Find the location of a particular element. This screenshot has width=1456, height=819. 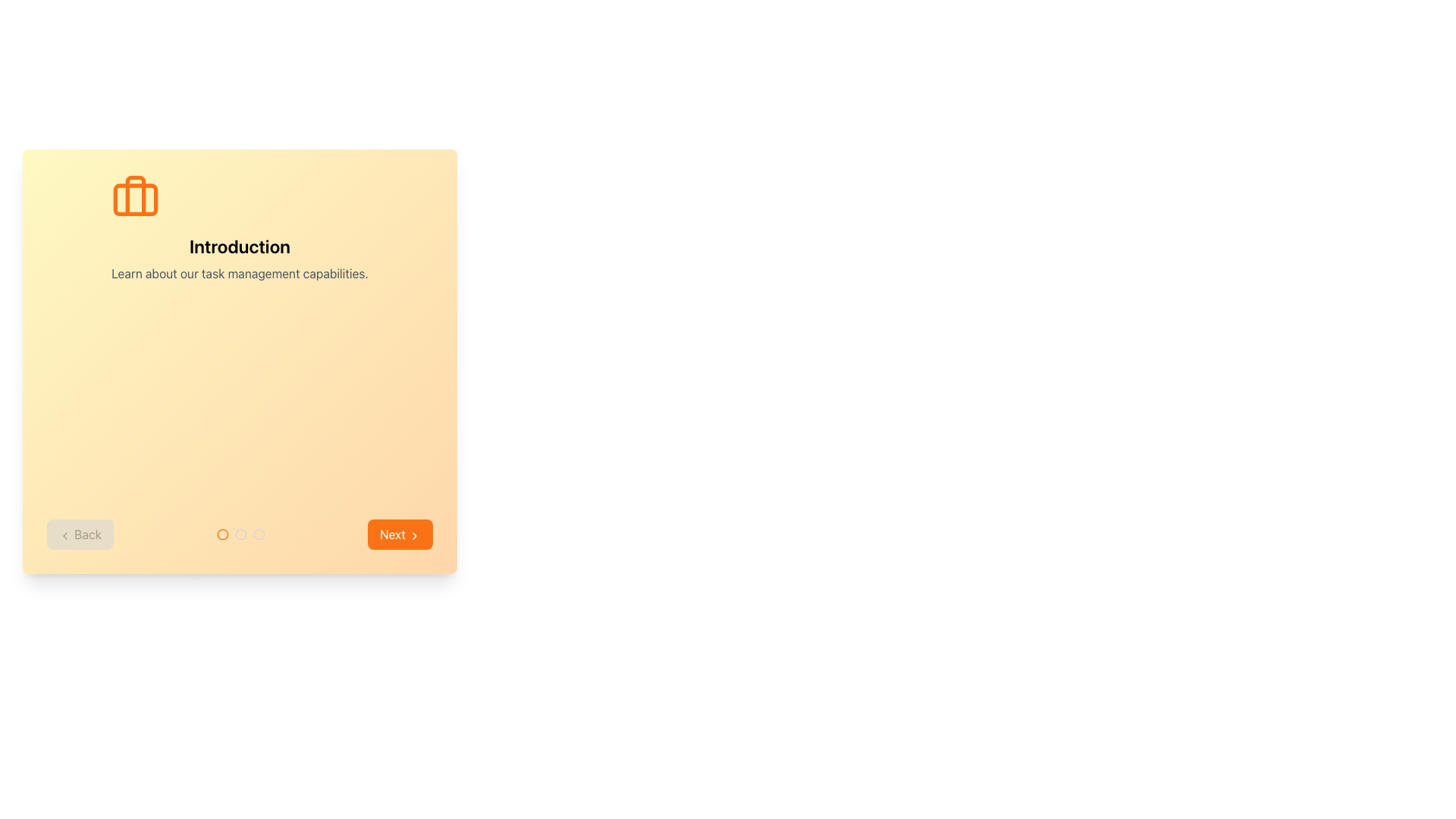

the navigation dot located at the bottom center of the card layout to jump to a specific section is located at coordinates (239, 534).